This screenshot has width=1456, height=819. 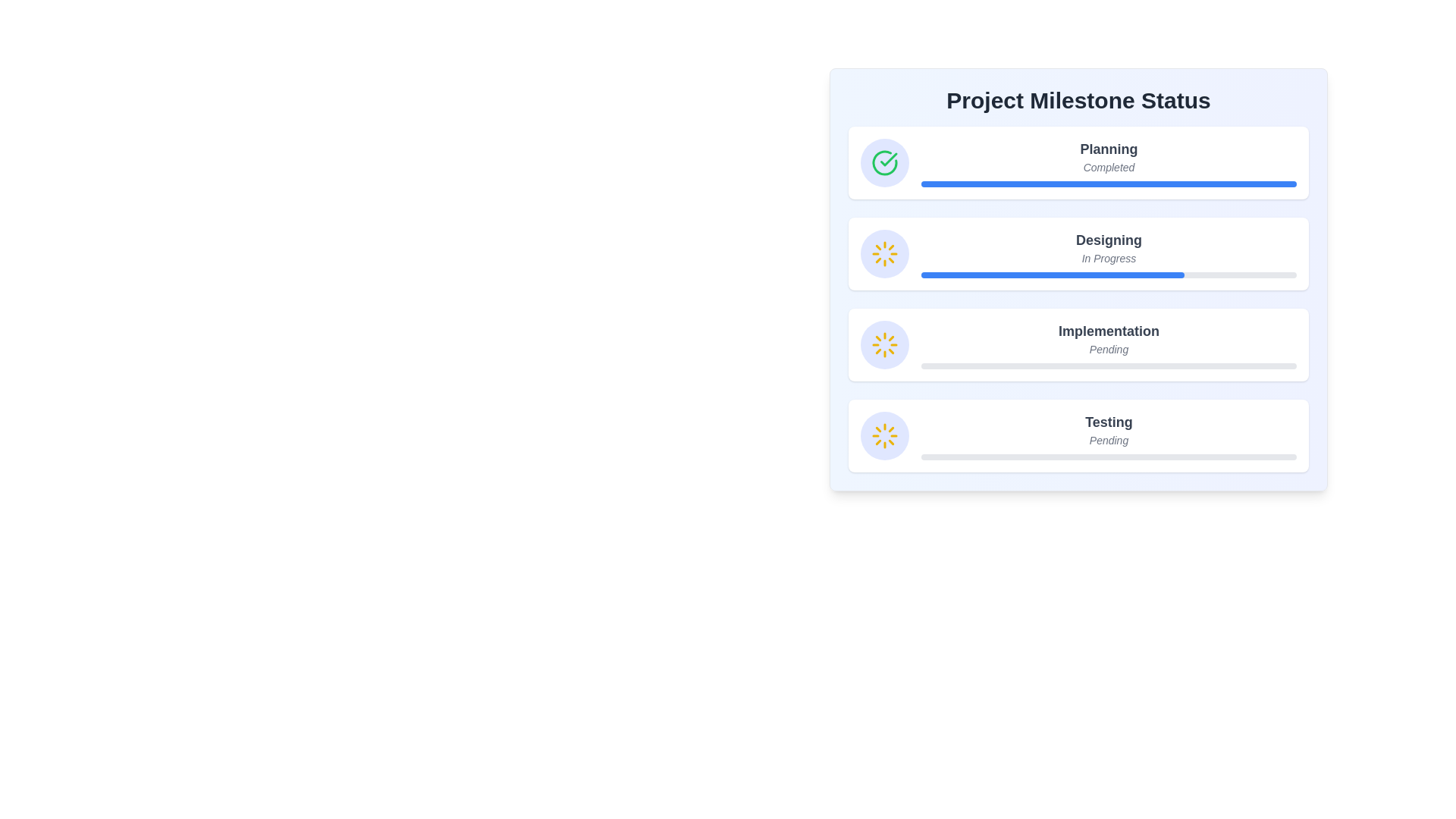 I want to click on the Loader icon that indicates the status of the 'Implementation' milestone, which is a circular icon located at the leftmost side of the third milestone row, so click(x=884, y=345).